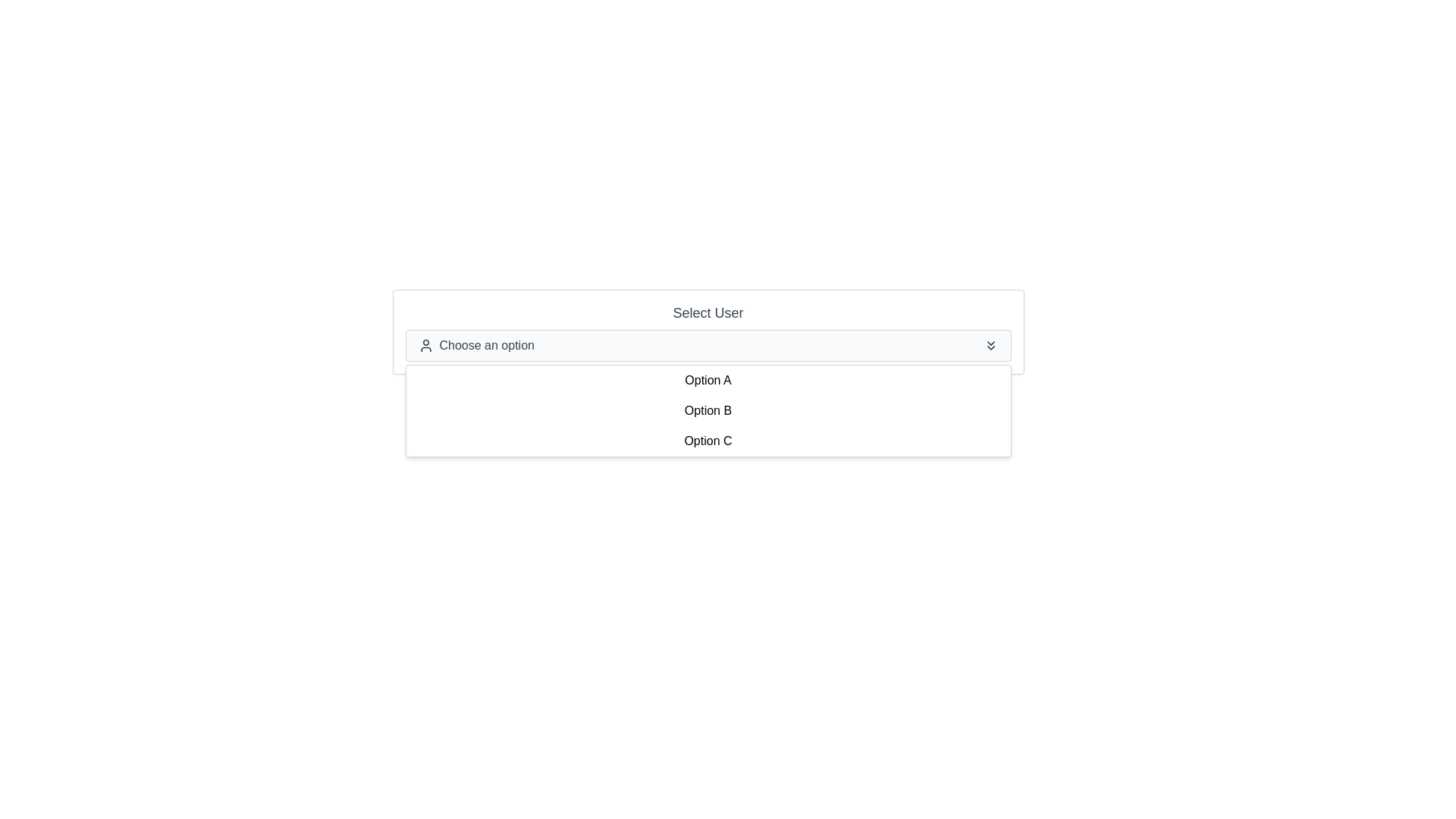  I want to click on the second option in the dropdown menu to trigger hover effects, so click(708, 411).